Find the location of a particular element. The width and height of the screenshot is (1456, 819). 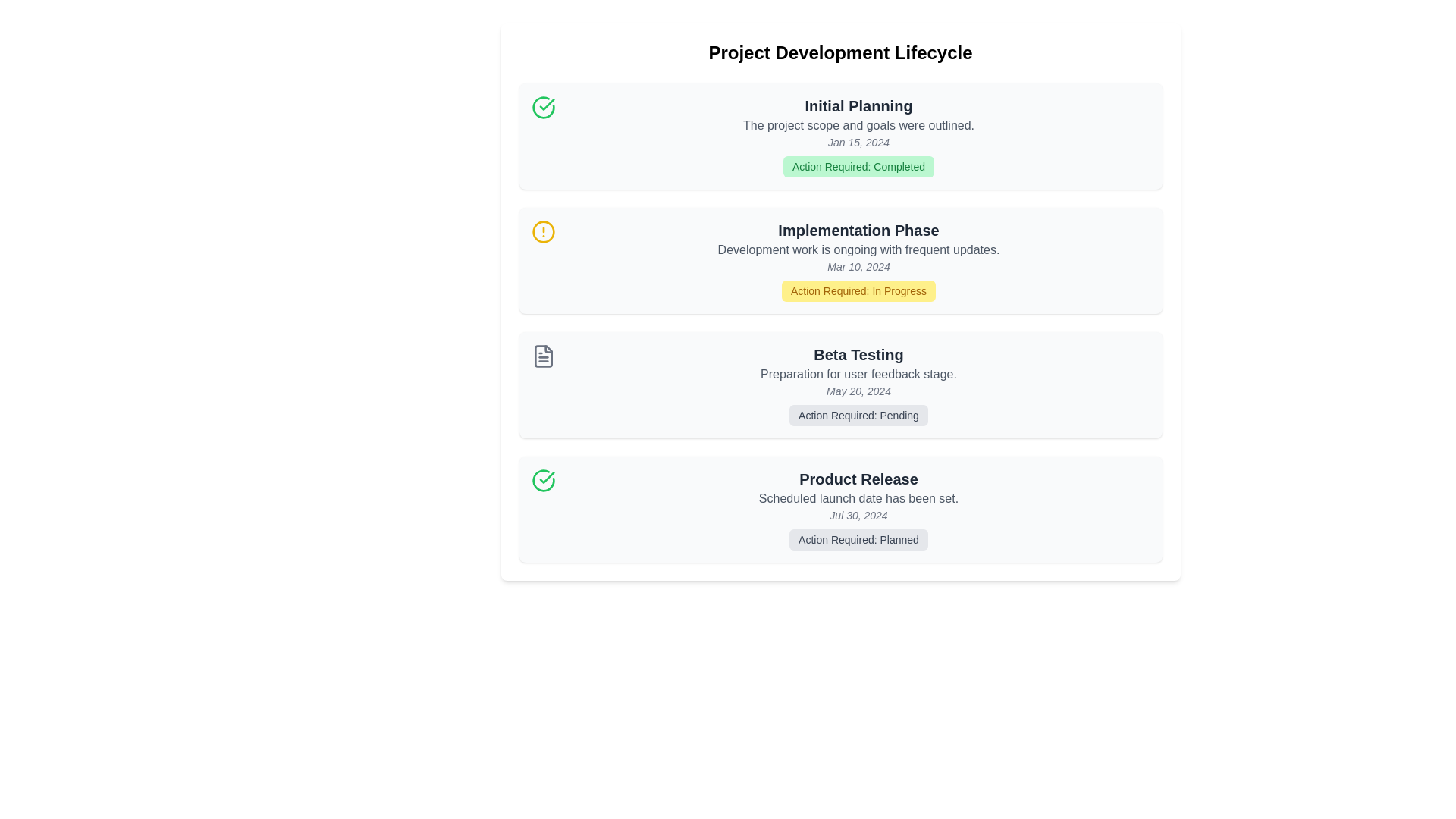

text label that provides additional details about the title 'Initial Planning', positioned directly below the bold title and above the smaller italic text is located at coordinates (858, 124).